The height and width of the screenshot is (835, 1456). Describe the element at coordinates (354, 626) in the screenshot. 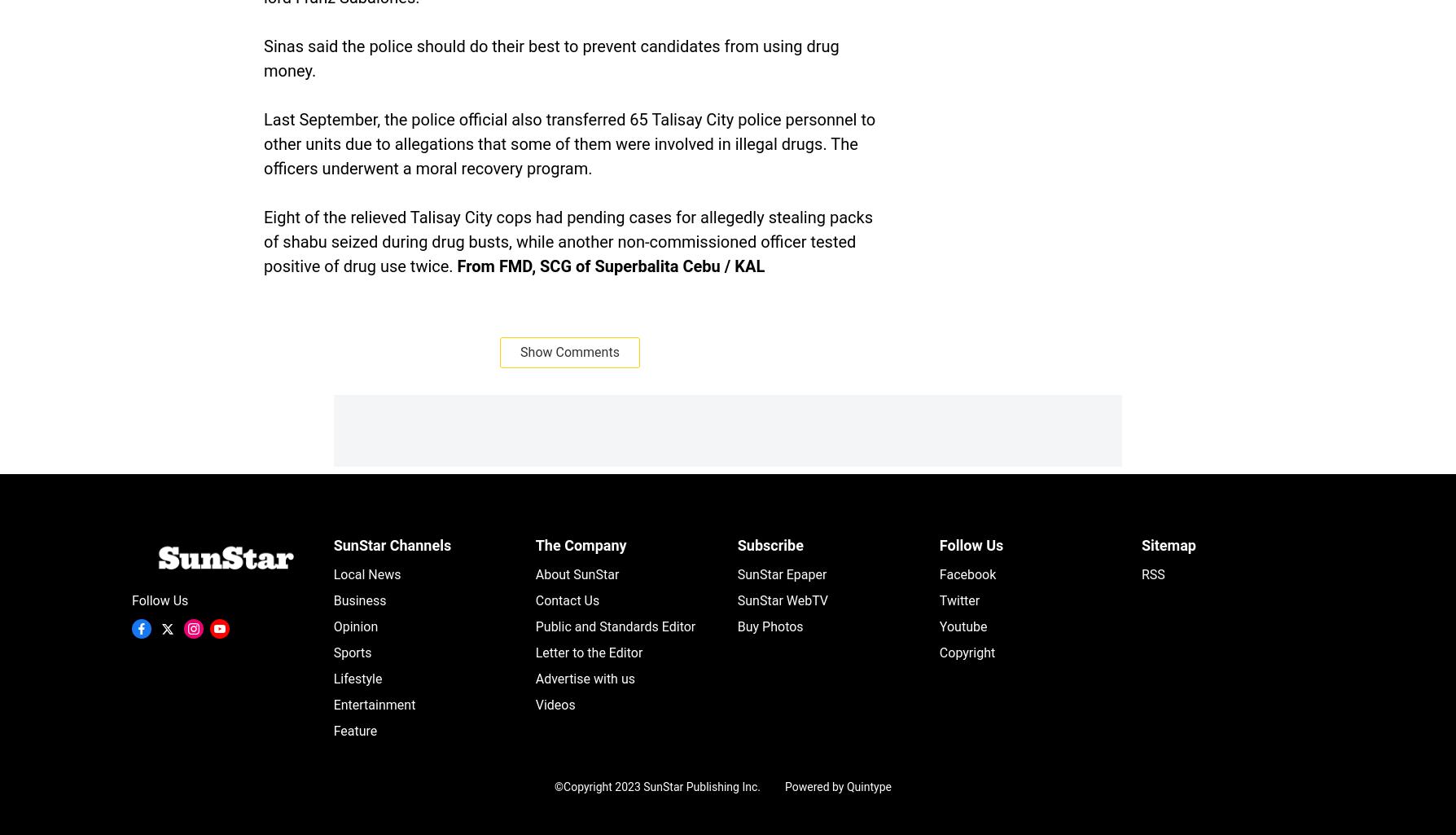

I see `'Opinion'` at that location.